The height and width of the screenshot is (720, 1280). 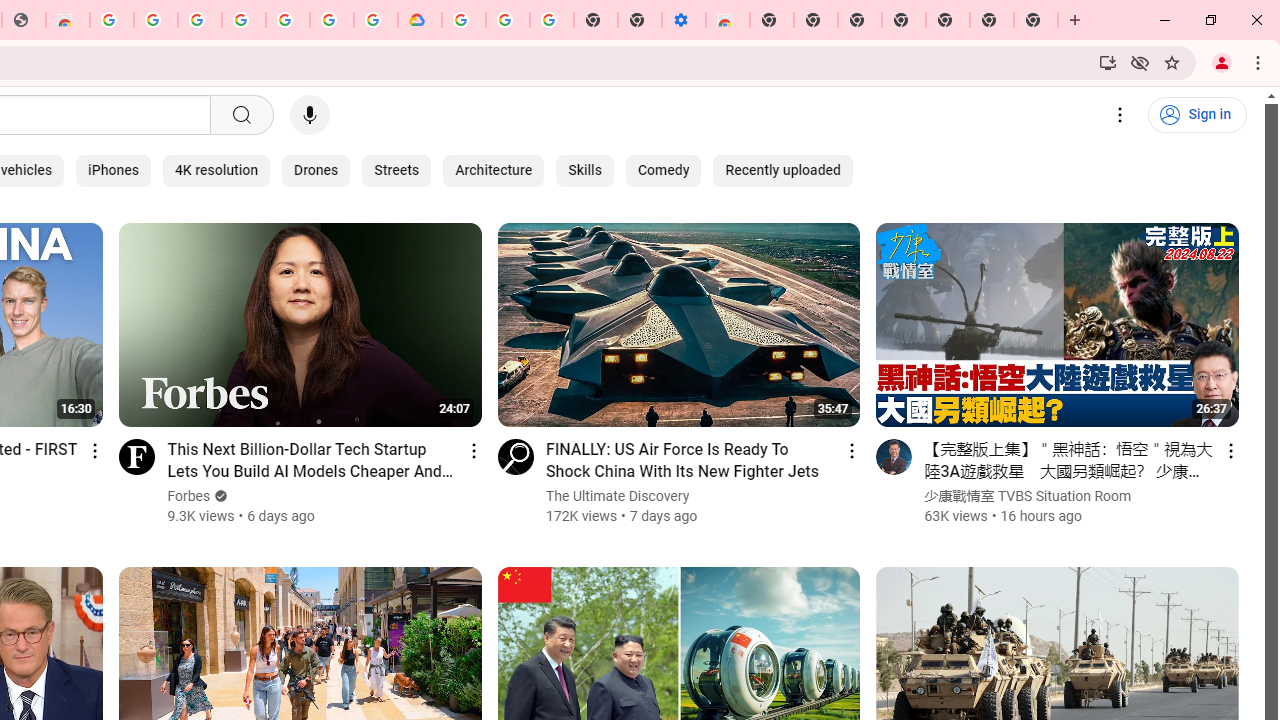 What do you see at coordinates (551, 20) in the screenshot?
I see `'Turn cookies on or off - Computer - Google Account Help'` at bounding box center [551, 20].